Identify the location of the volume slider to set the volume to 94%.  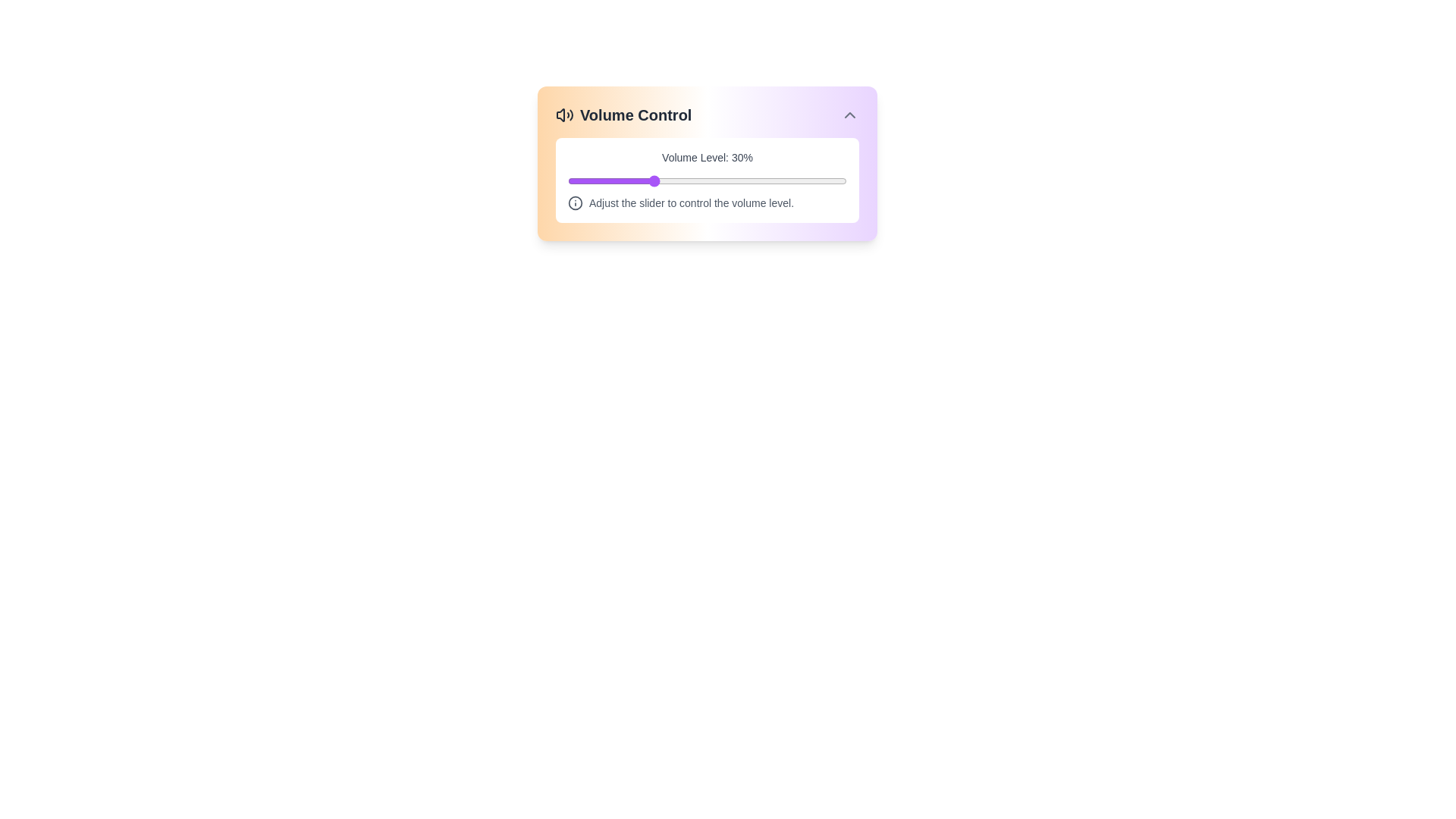
(829, 180).